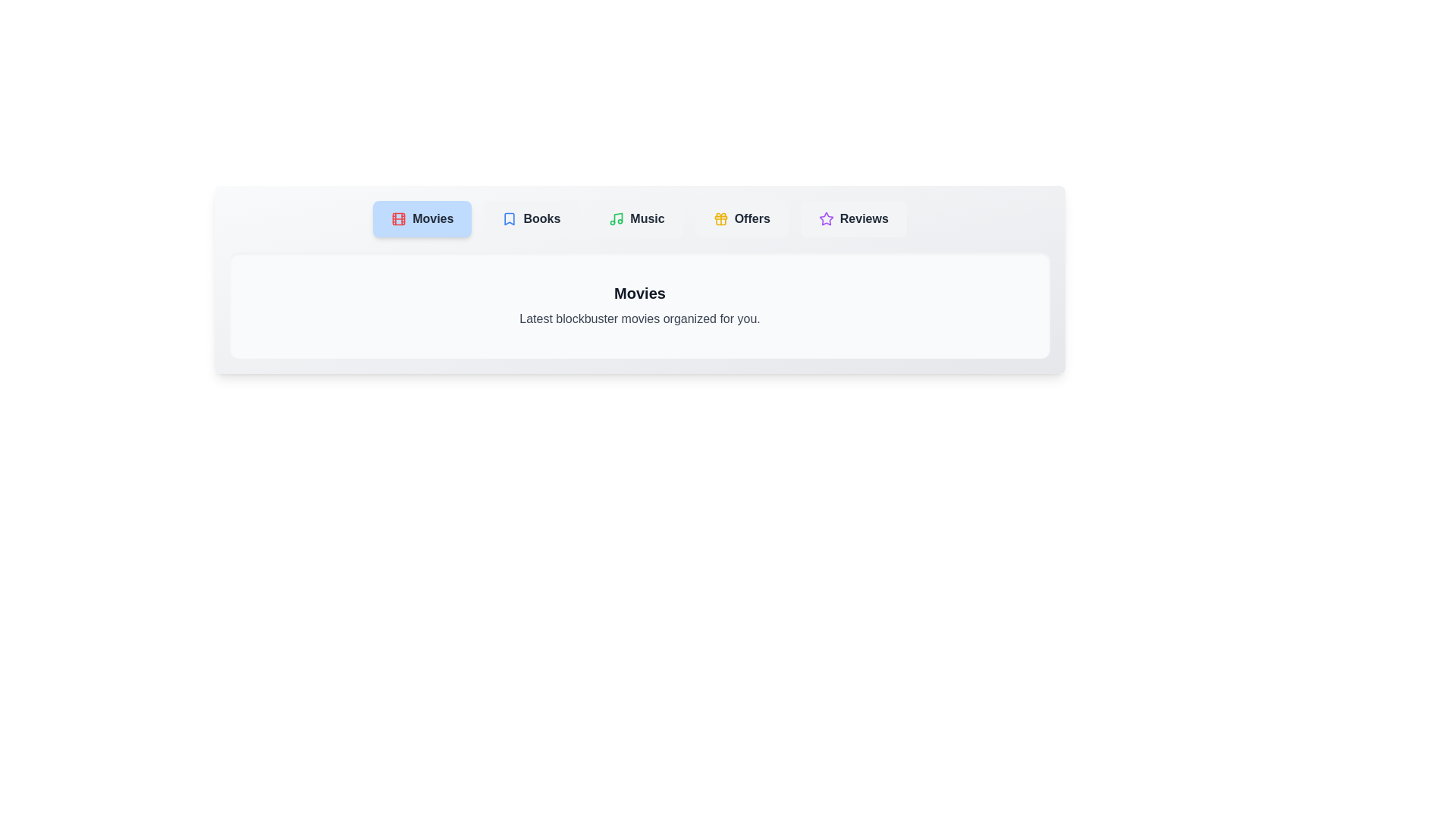 Image resolution: width=1456 pixels, height=819 pixels. What do you see at coordinates (531, 219) in the screenshot?
I see `the Books tab by clicking on its button` at bounding box center [531, 219].